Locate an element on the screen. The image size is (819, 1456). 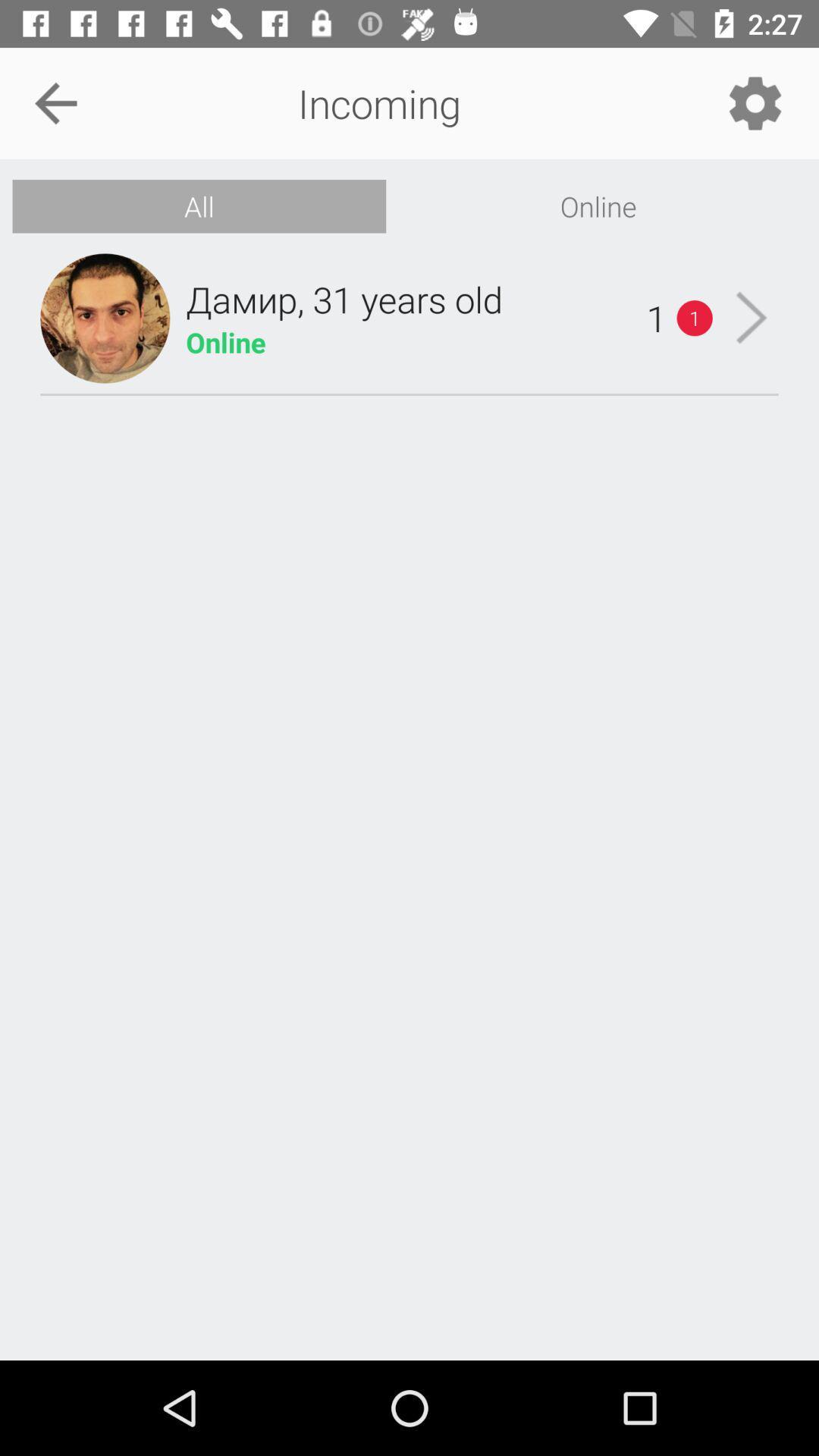
the icon below all item is located at coordinates (344, 299).